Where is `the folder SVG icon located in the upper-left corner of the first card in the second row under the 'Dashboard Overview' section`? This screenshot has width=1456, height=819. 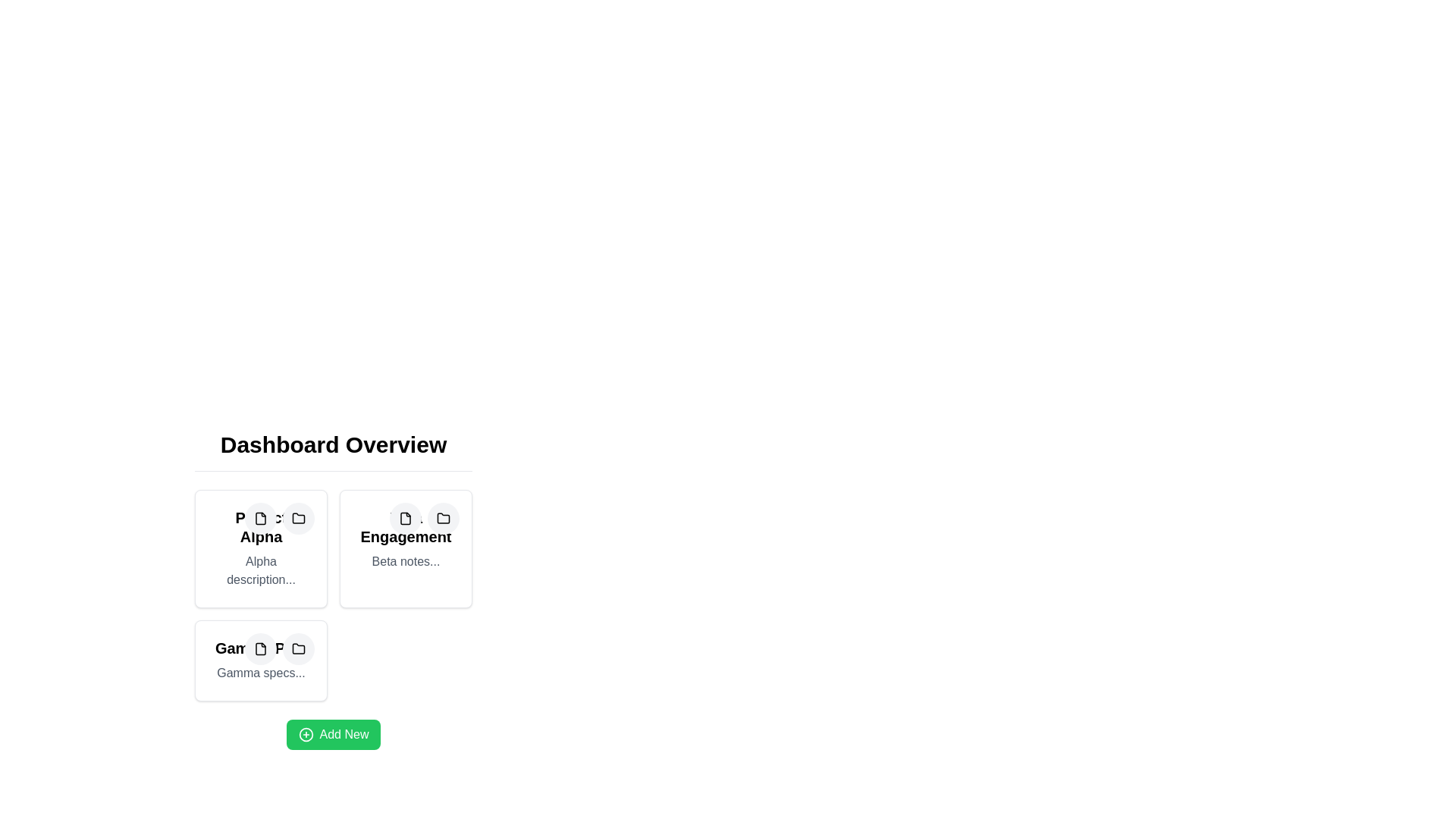
the folder SVG icon located in the upper-left corner of the first card in the second row under the 'Dashboard Overview' section is located at coordinates (298, 517).